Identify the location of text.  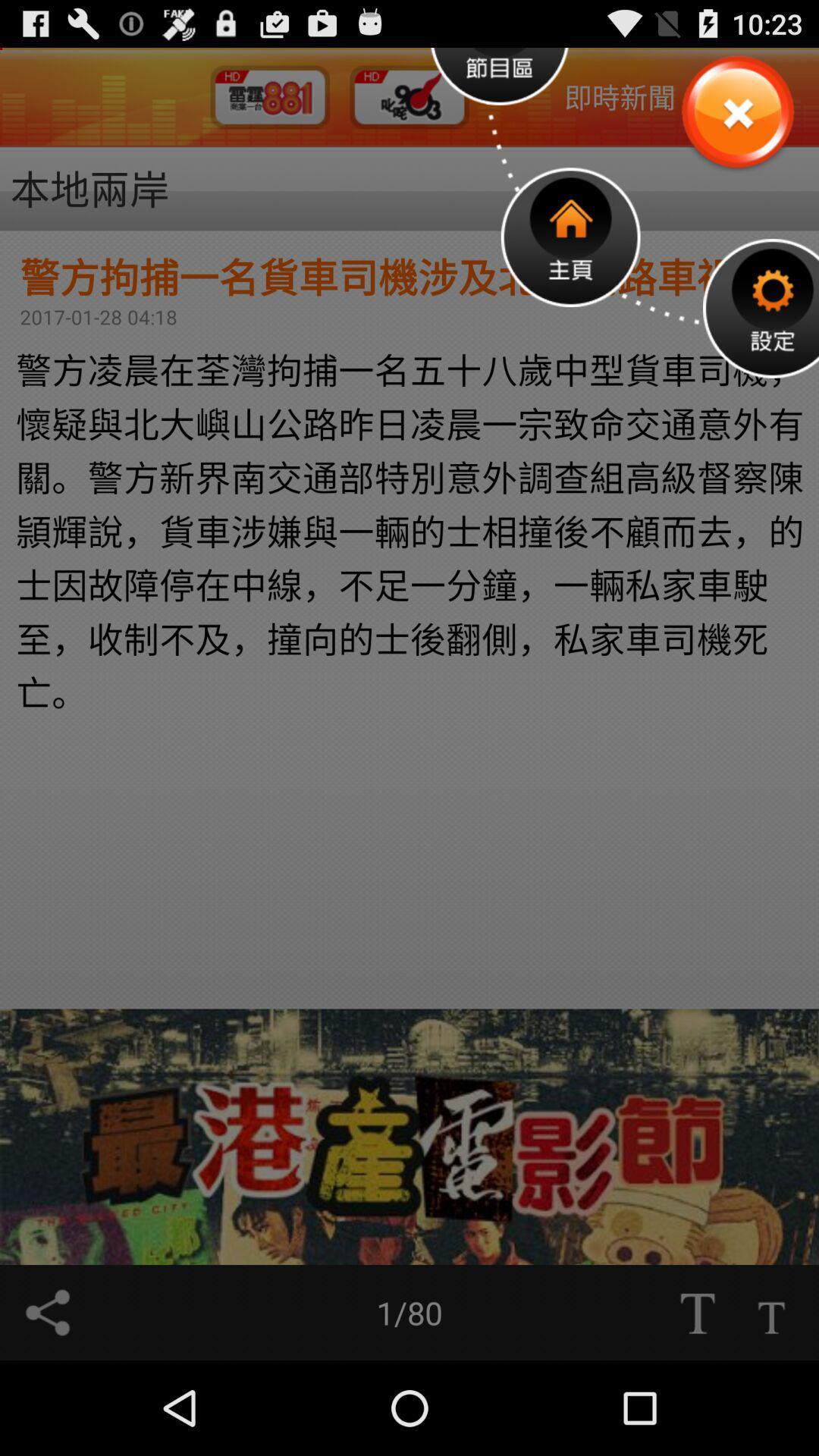
(697, 1312).